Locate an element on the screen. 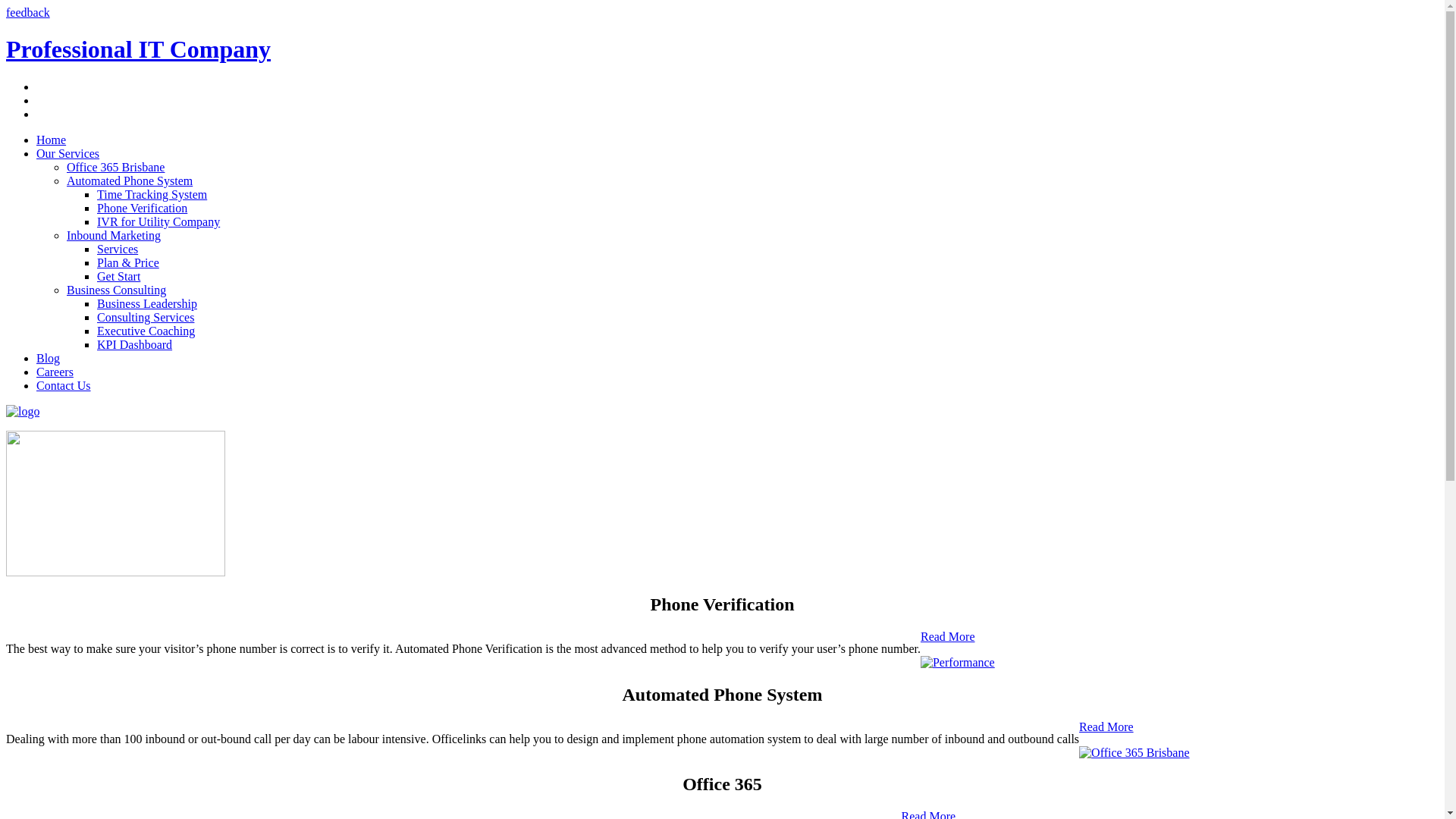 The height and width of the screenshot is (819, 1456). 'Services' is located at coordinates (116, 248).